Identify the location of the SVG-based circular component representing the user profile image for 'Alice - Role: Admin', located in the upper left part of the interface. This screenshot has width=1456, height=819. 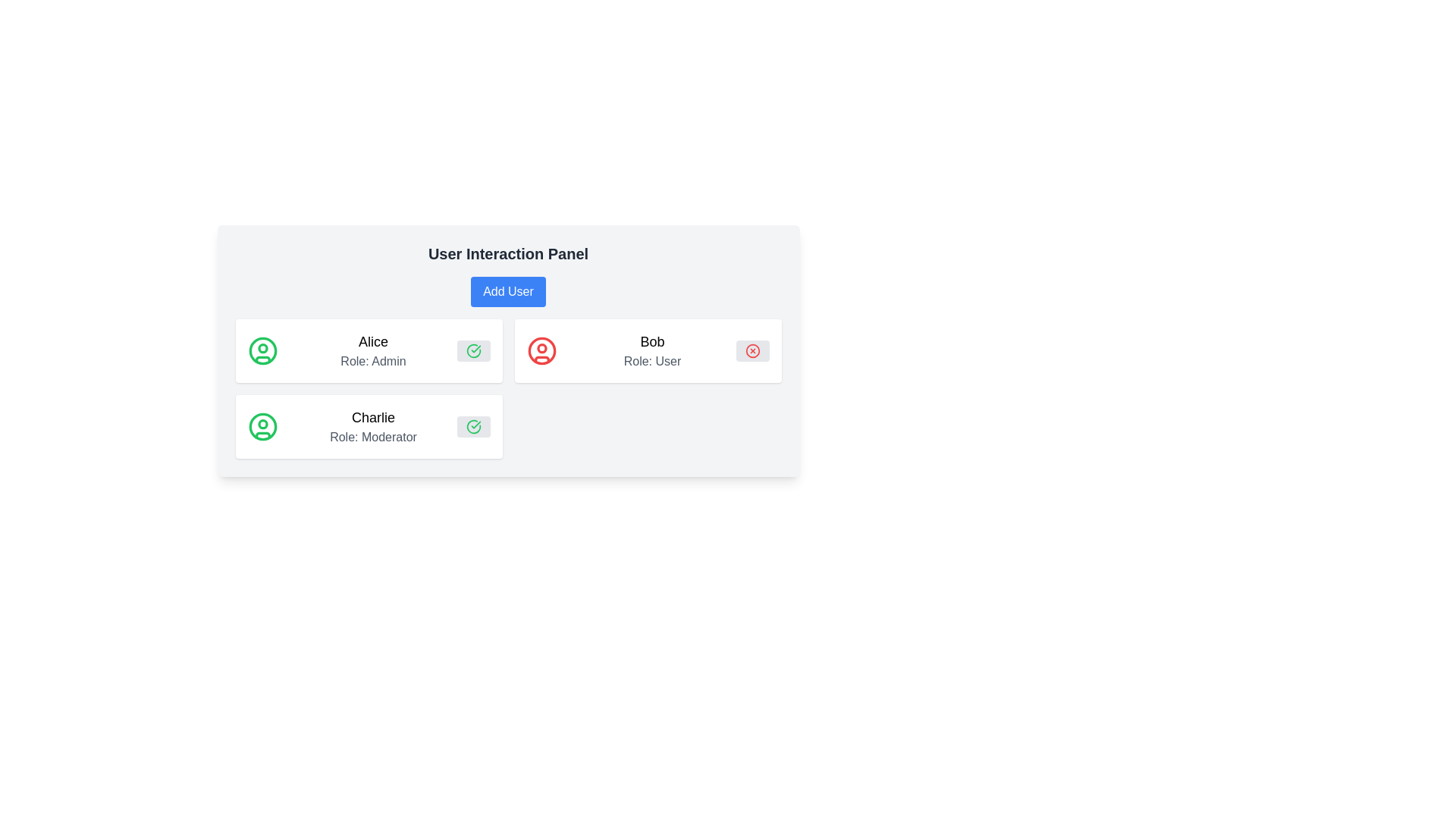
(262, 348).